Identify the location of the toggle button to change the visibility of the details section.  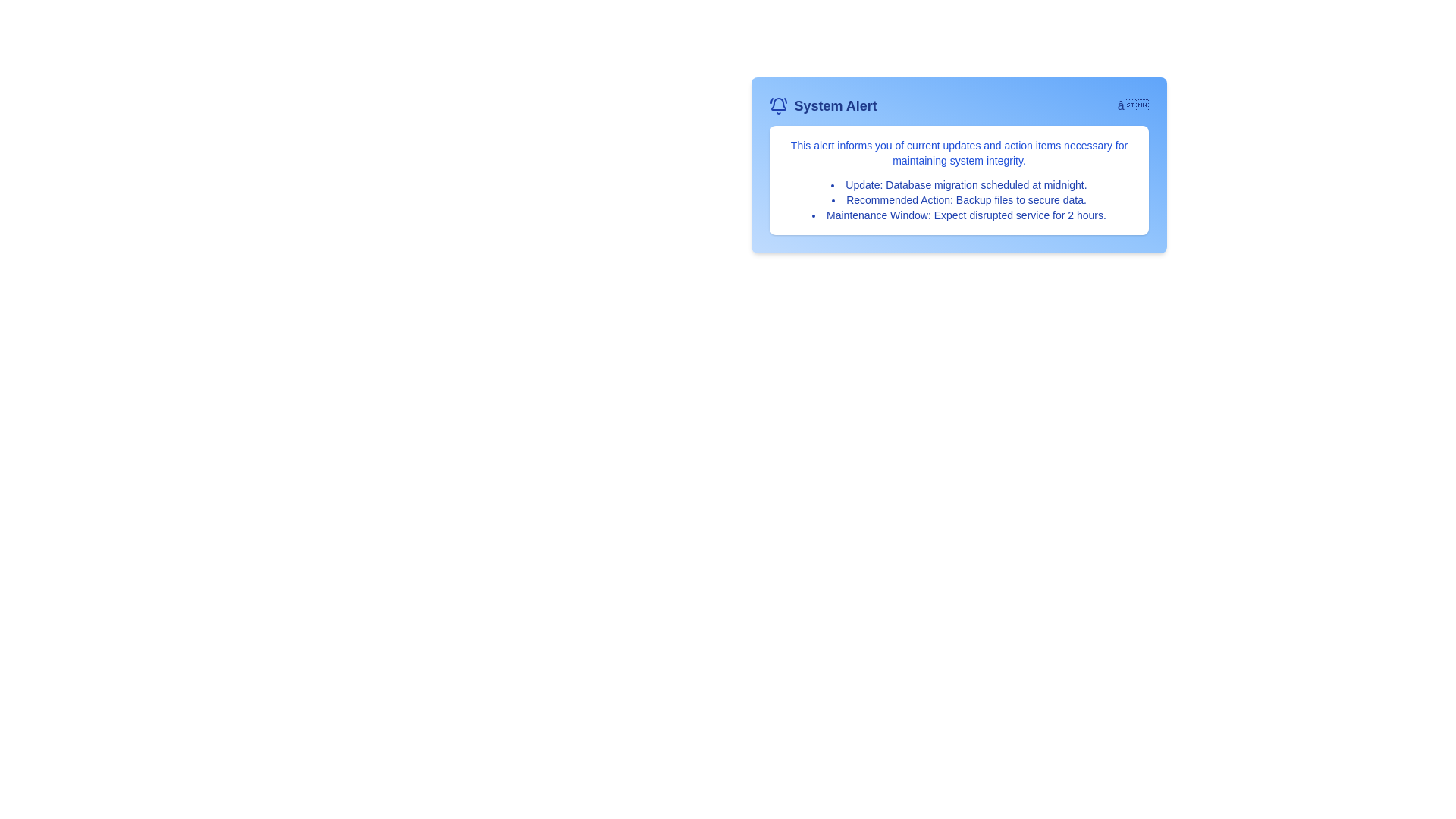
(1132, 105).